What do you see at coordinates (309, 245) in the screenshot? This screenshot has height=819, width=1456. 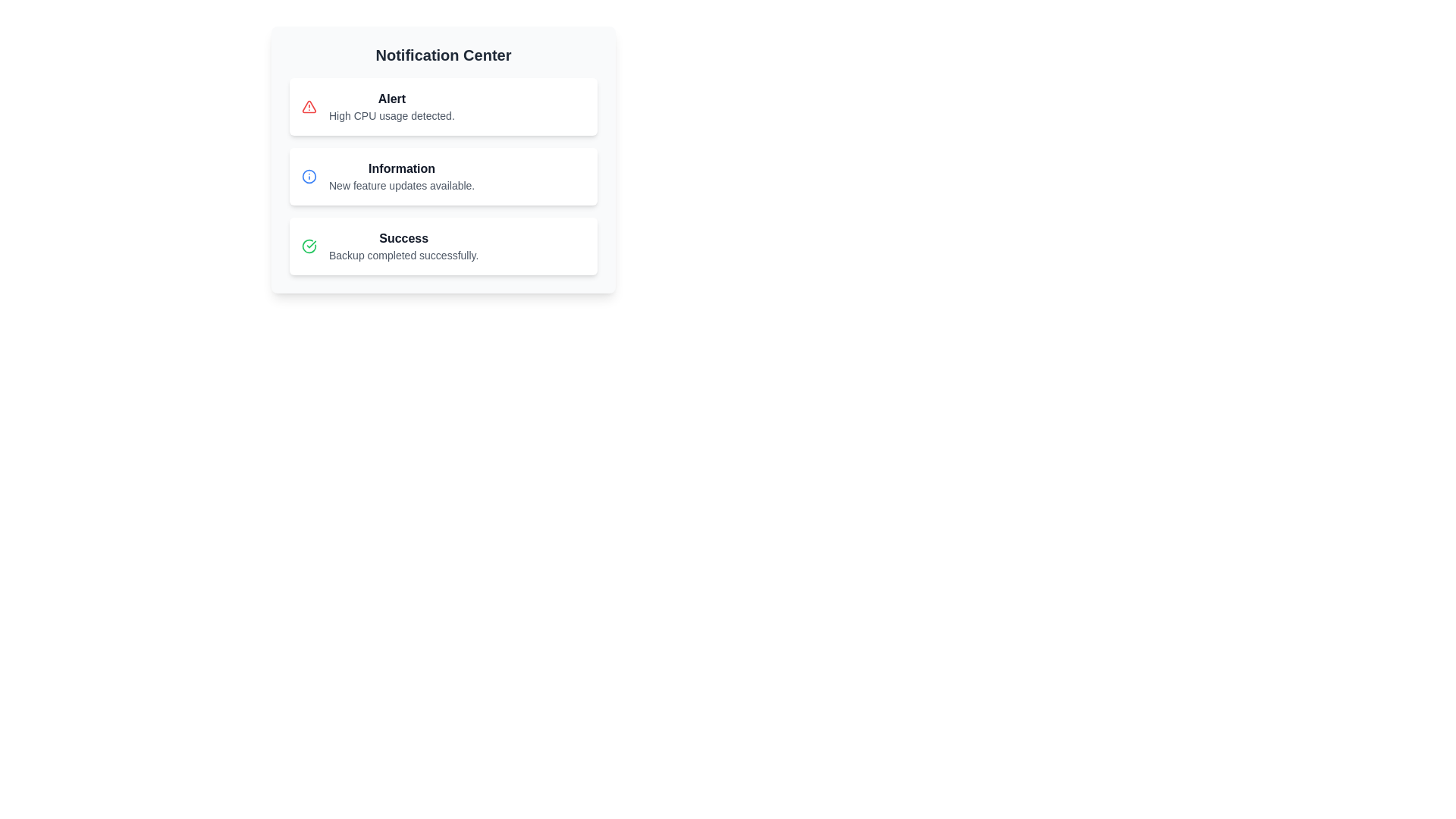 I see `the success status icon located to the left of the text 'Success Backup completed successfully.' within the Notification Center panel` at bounding box center [309, 245].